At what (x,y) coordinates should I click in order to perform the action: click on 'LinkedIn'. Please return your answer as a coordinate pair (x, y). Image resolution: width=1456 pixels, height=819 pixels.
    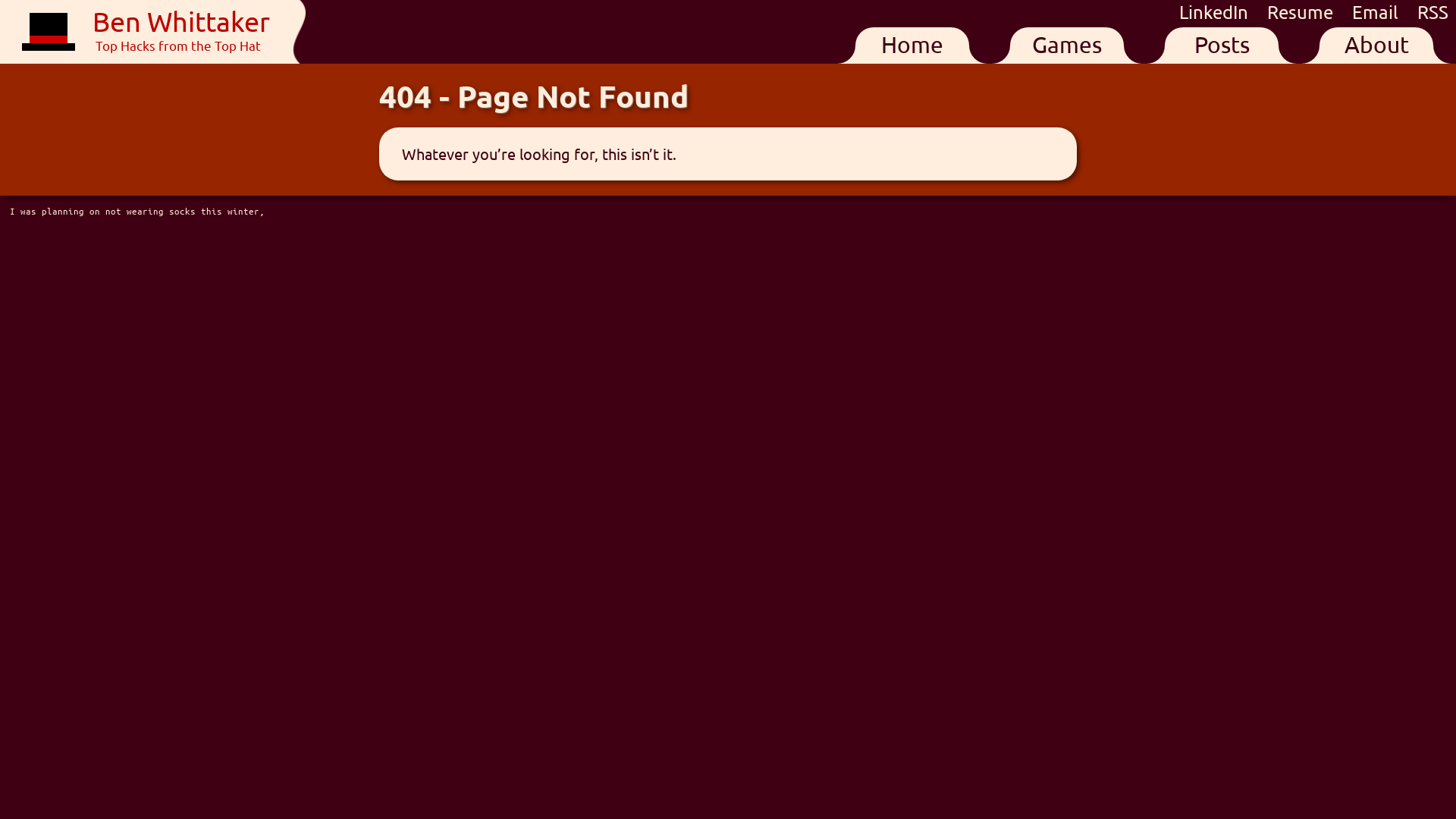
    Looking at the image, I should click on (1178, 11).